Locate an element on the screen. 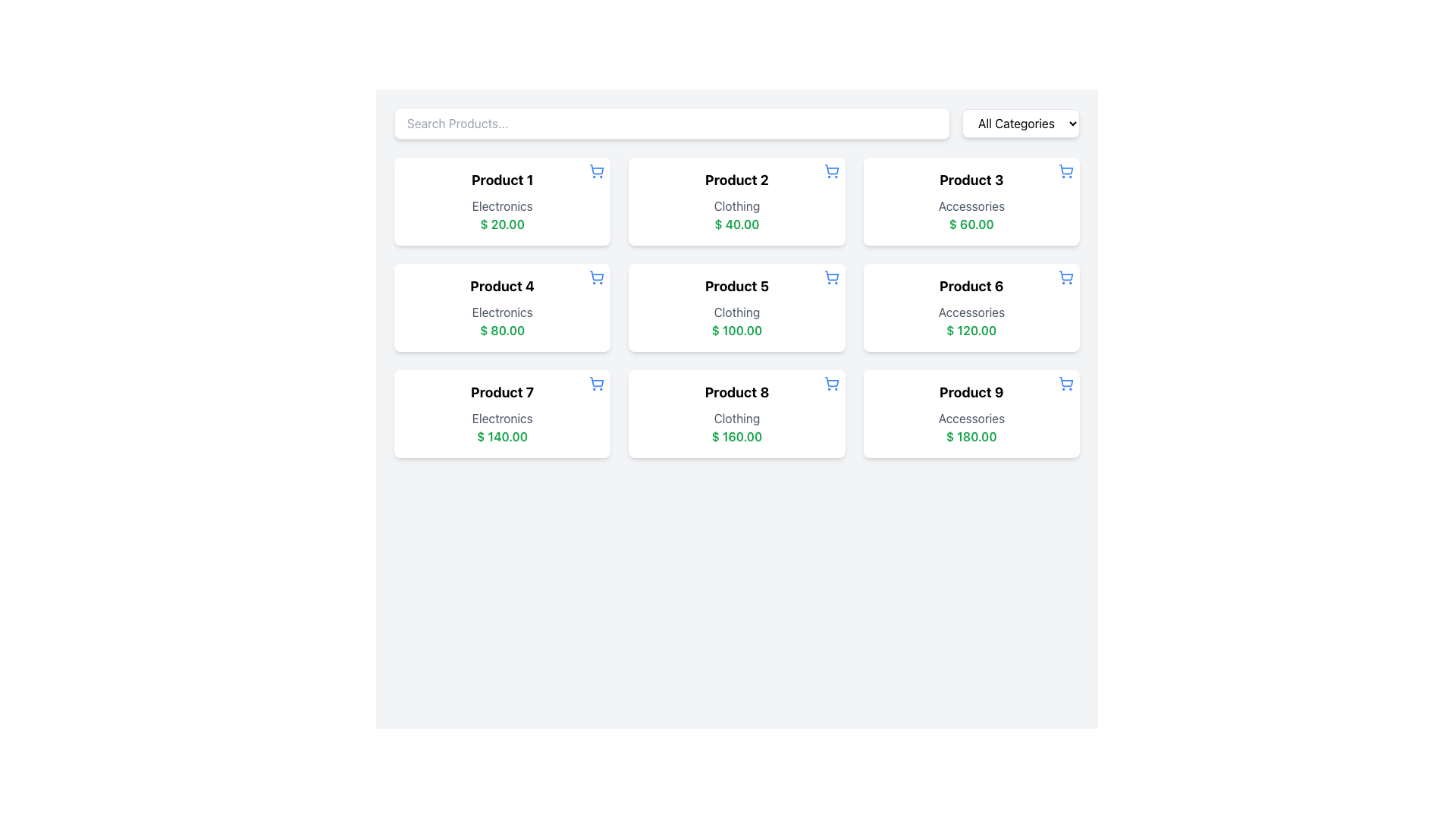 This screenshot has height=819, width=1456. the static text element displaying 'Clothing' which is located in the product card titled 'Product 5', situated between the title and the price value is located at coordinates (736, 312).